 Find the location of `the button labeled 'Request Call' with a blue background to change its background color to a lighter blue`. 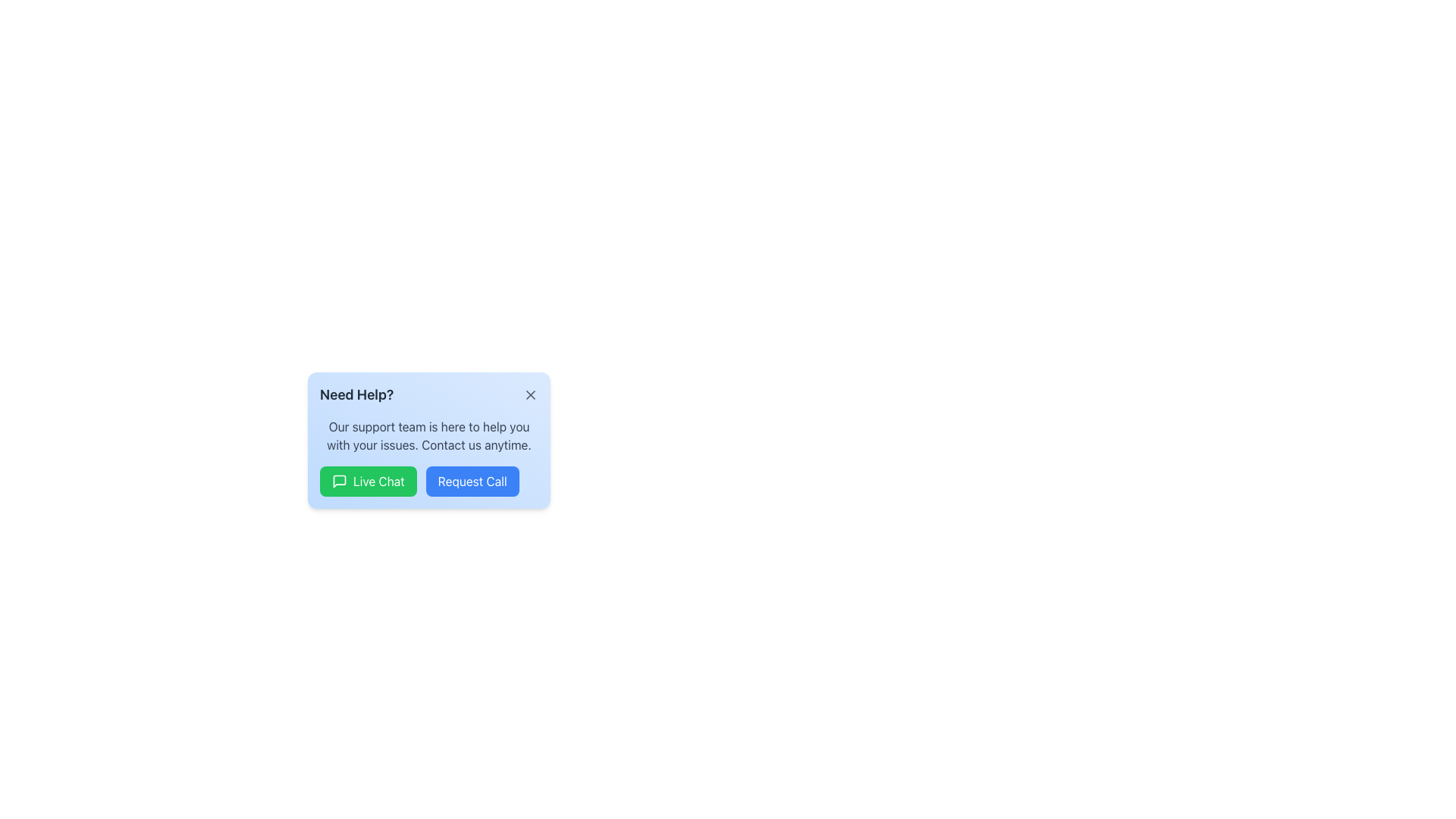

the button labeled 'Request Call' with a blue background to change its background color to a lighter blue is located at coordinates (472, 482).